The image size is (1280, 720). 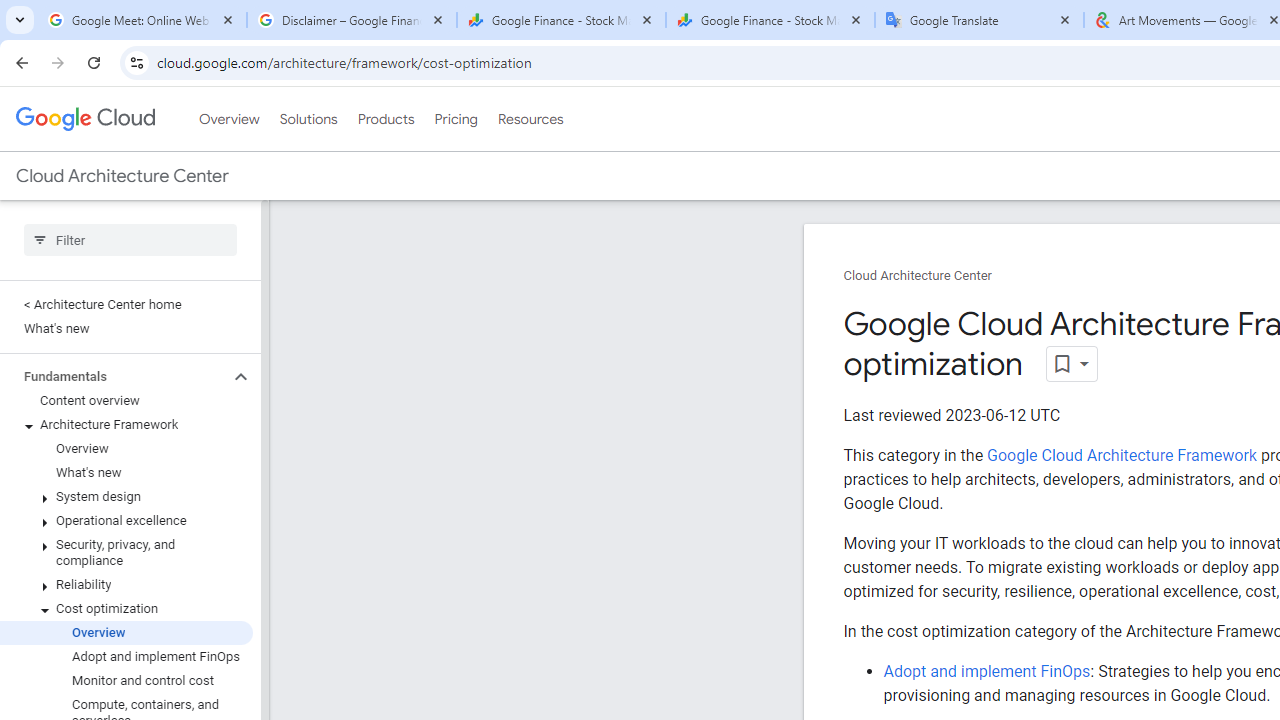 What do you see at coordinates (979, 20) in the screenshot?
I see `'Google Translate'` at bounding box center [979, 20].